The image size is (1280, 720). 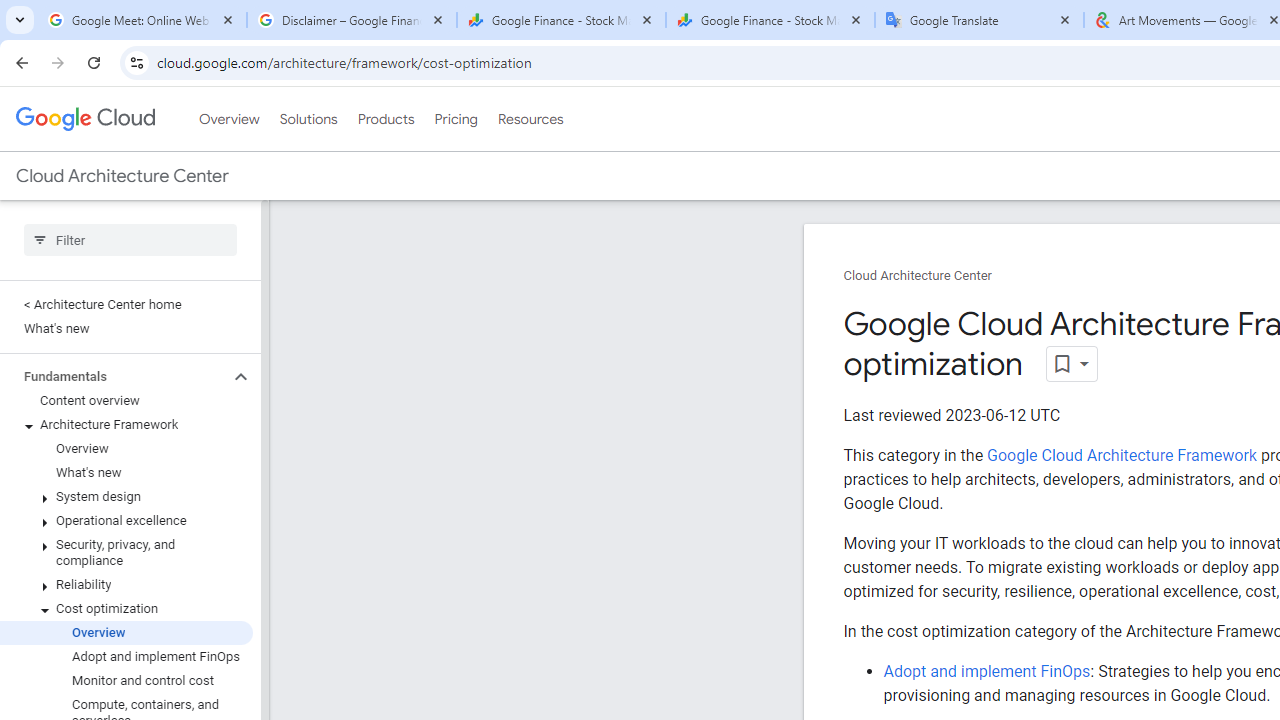 What do you see at coordinates (979, 20) in the screenshot?
I see `'Google Translate'` at bounding box center [979, 20].